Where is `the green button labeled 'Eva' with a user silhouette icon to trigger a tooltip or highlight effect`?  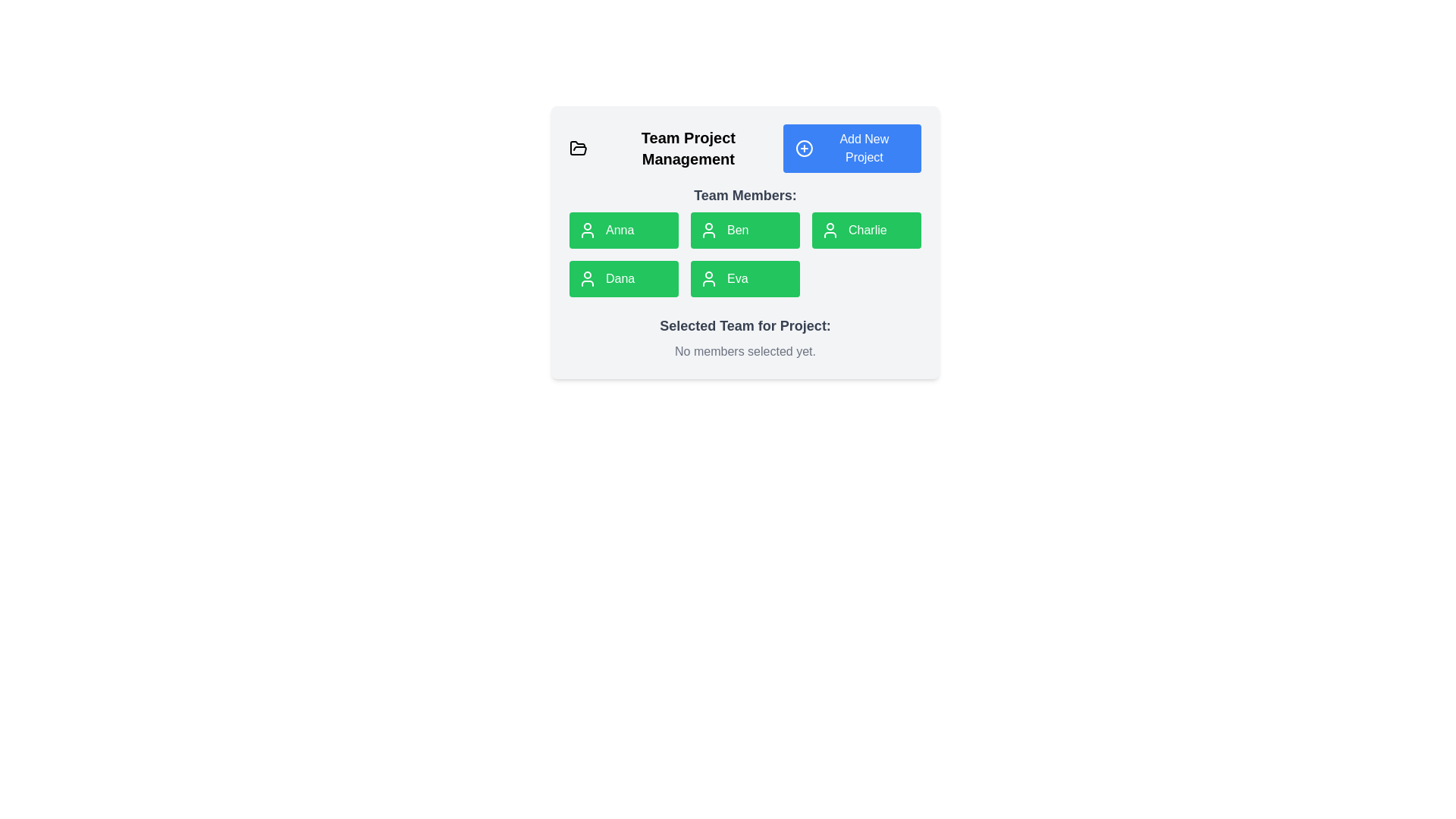
the green button labeled 'Eva' with a user silhouette icon to trigger a tooltip or highlight effect is located at coordinates (745, 278).